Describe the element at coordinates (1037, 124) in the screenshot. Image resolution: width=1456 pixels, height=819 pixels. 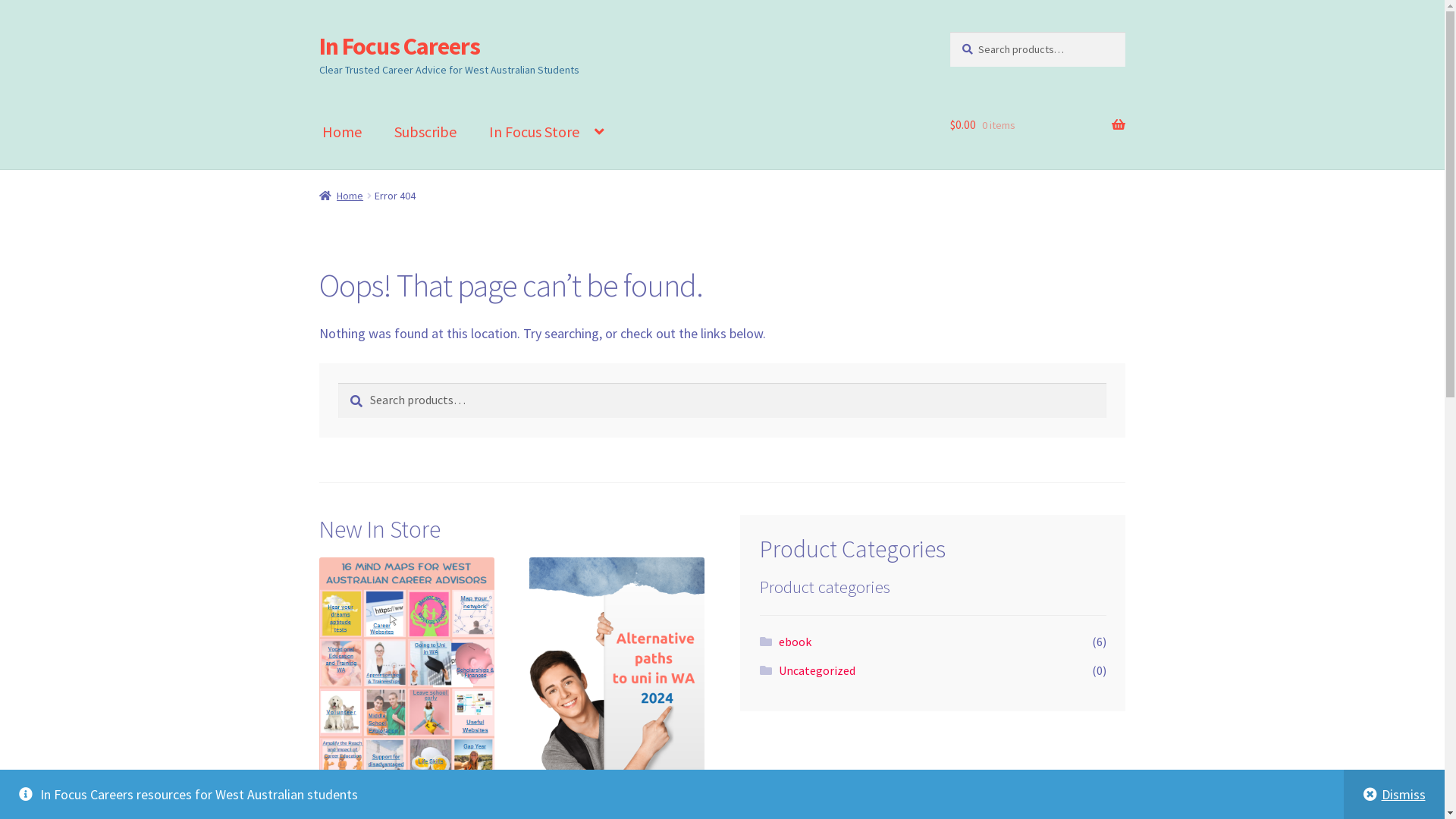
I see `'$0.00 0 items'` at that location.